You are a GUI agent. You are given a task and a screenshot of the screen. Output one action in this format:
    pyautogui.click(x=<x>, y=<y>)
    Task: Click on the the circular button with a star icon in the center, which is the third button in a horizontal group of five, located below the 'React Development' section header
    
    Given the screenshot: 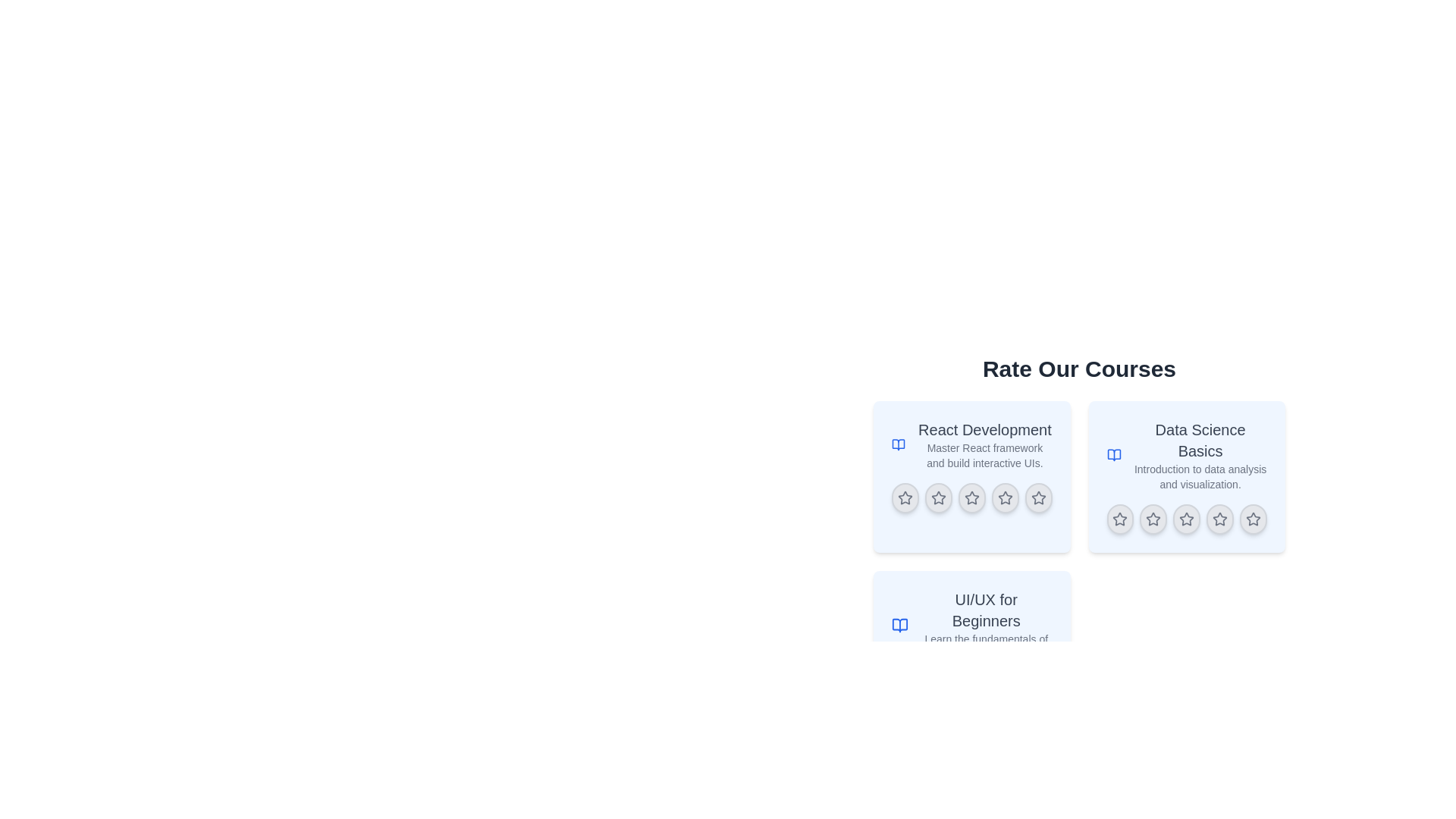 What is the action you would take?
    pyautogui.click(x=971, y=497)
    